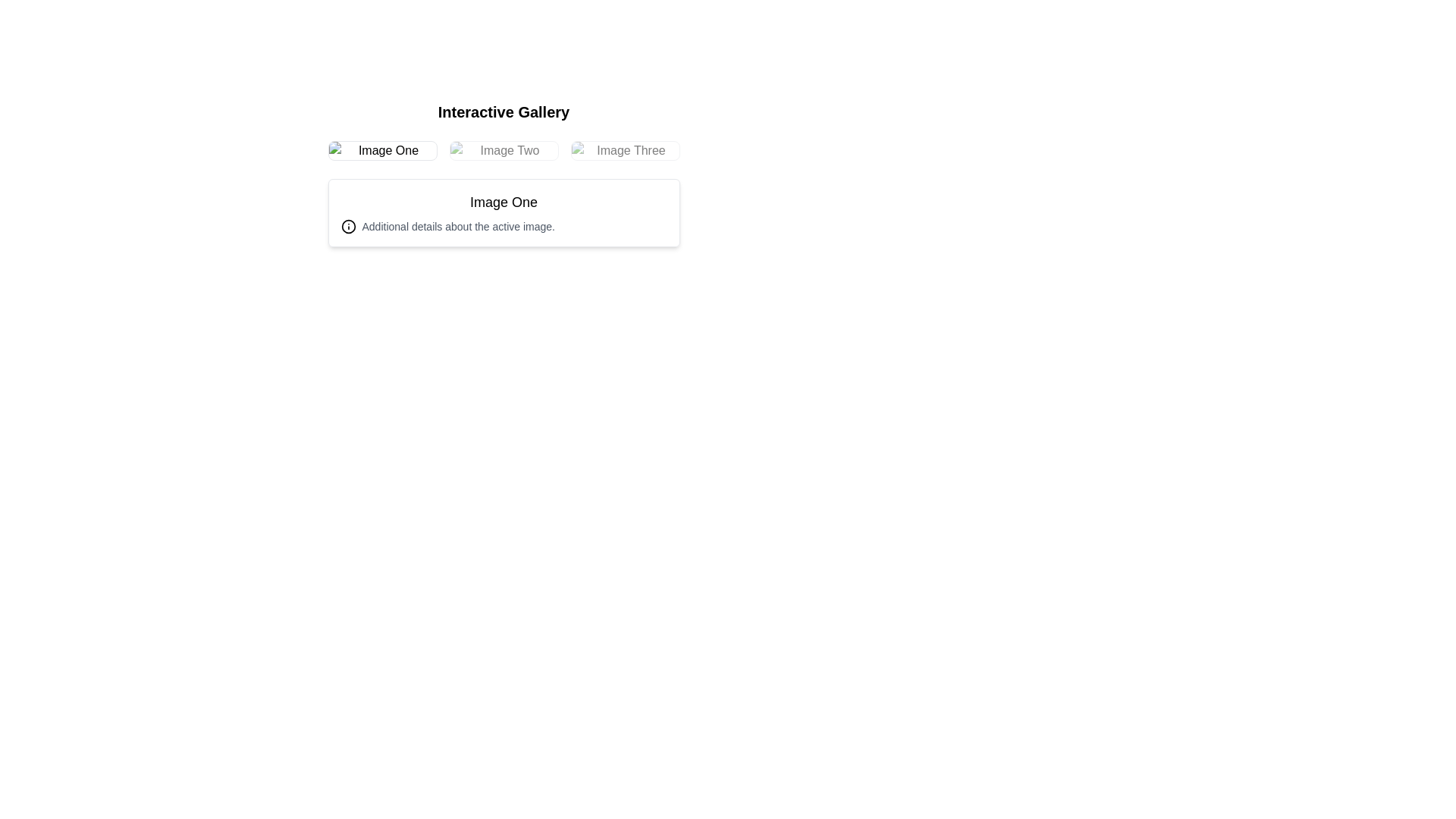 The image size is (1456, 819). Describe the element at coordinates (382, 151) in the screenshot. I see `the first image thumbnail displaying 'Image One'` at that location.